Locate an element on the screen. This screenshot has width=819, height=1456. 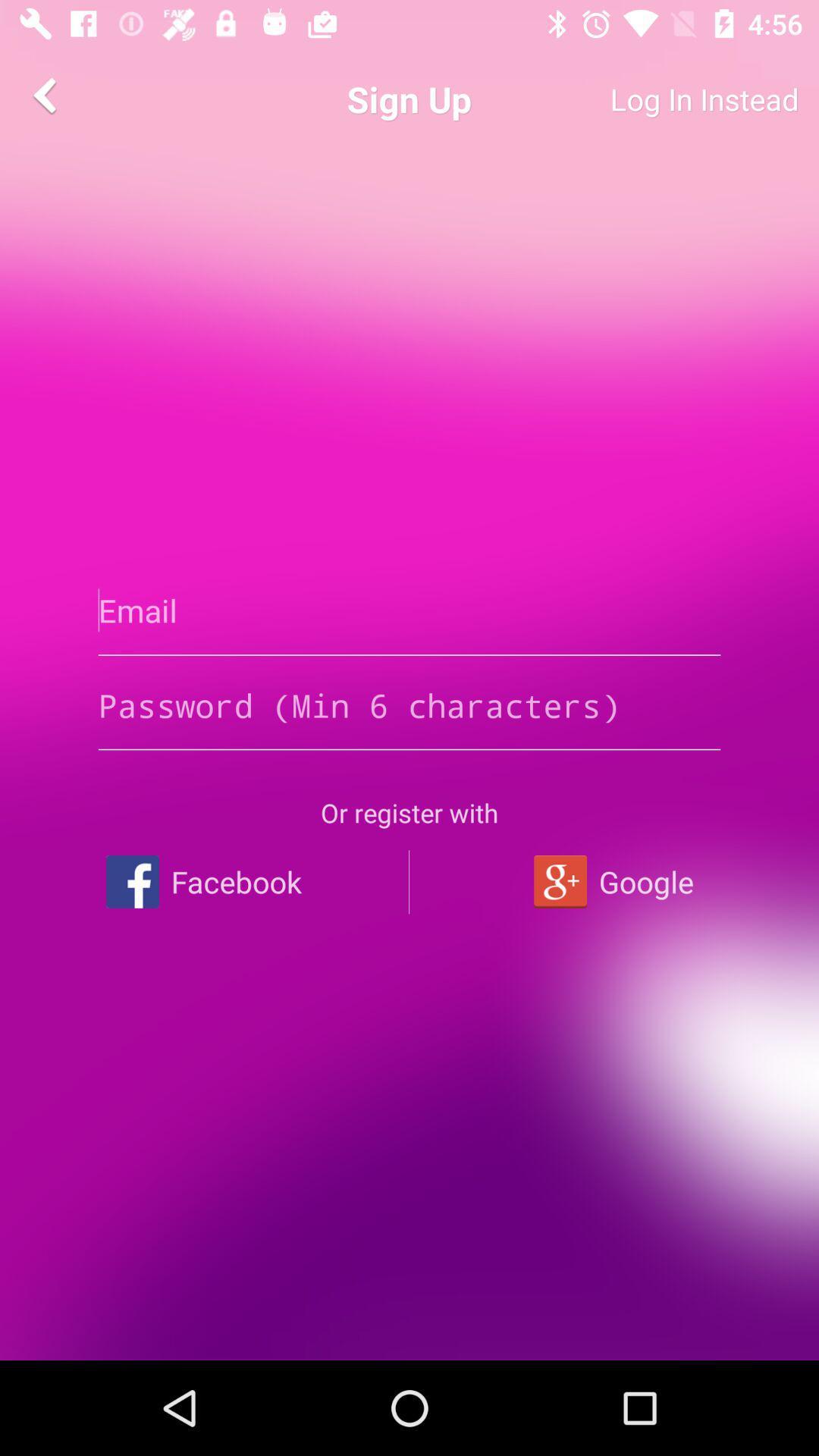
log in instead item is located at coordinates (648, 99).